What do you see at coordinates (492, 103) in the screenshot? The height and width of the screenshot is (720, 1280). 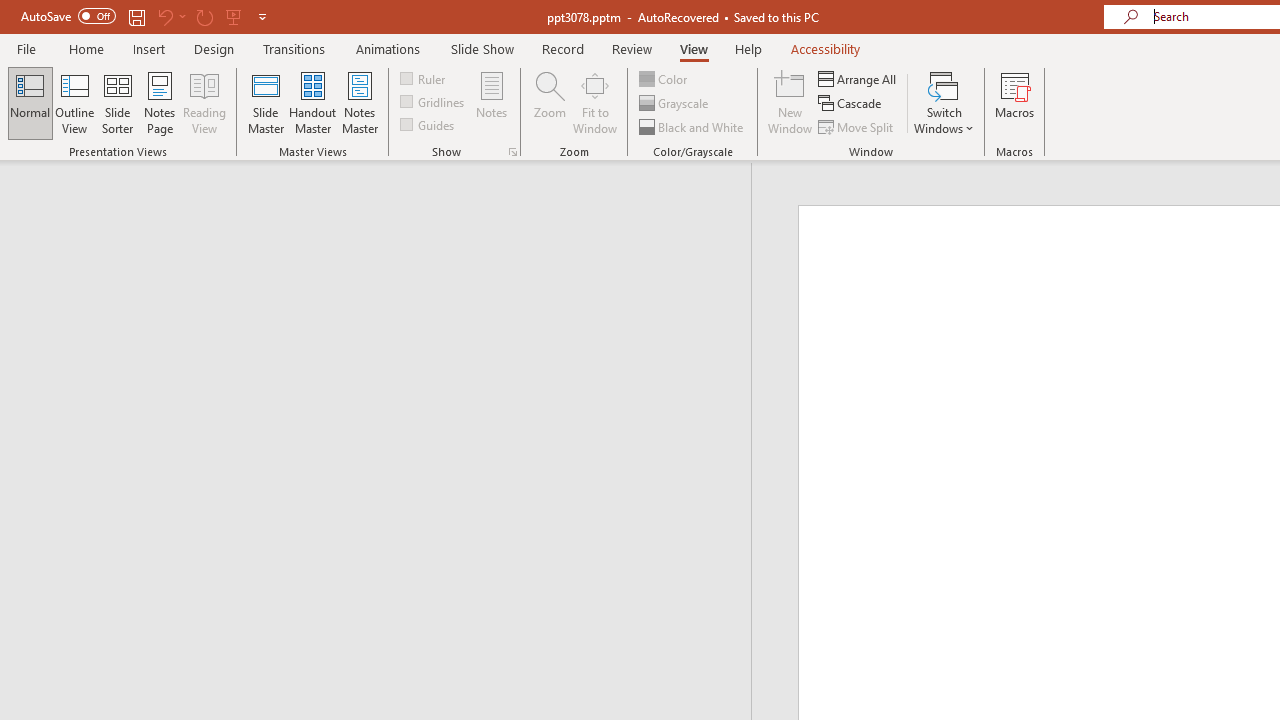 I see `'Notes'` at bounding box center [492, 103].